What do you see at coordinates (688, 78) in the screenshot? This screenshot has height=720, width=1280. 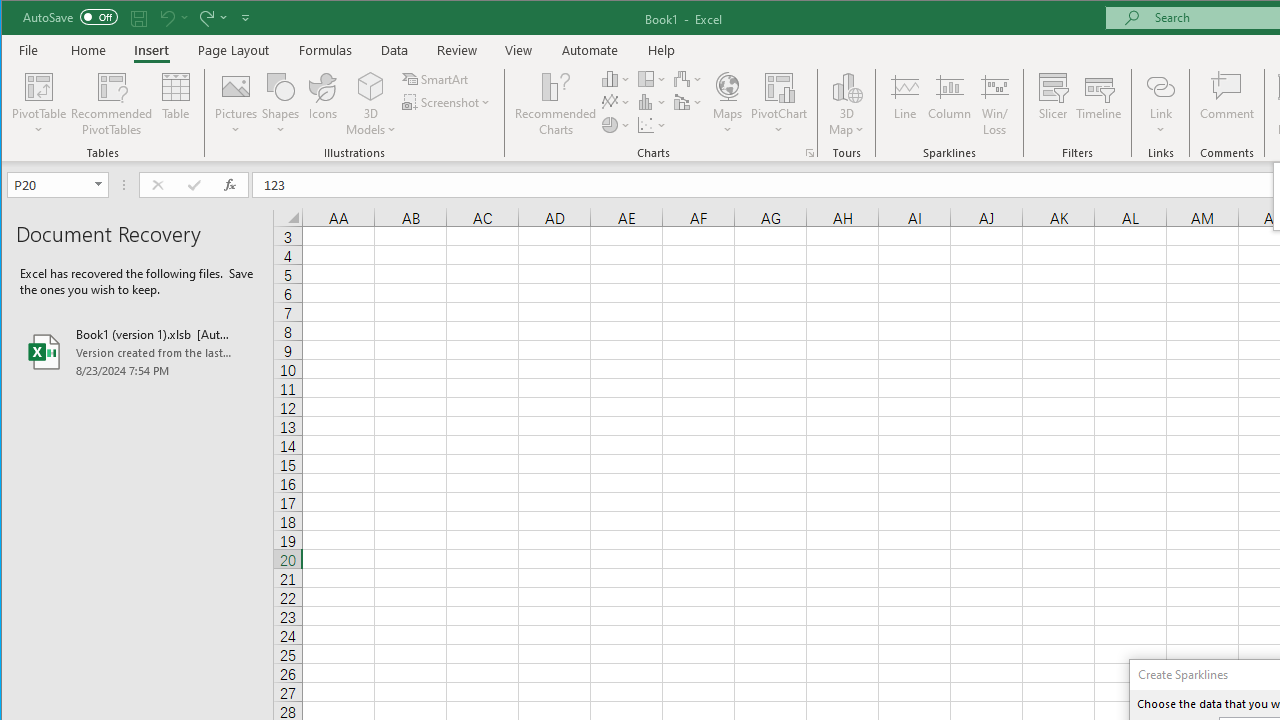 I see `'Insert Waterfall, Funnel, Stock, Surface, or Radar Chart'` at bounding box center [688, 78].